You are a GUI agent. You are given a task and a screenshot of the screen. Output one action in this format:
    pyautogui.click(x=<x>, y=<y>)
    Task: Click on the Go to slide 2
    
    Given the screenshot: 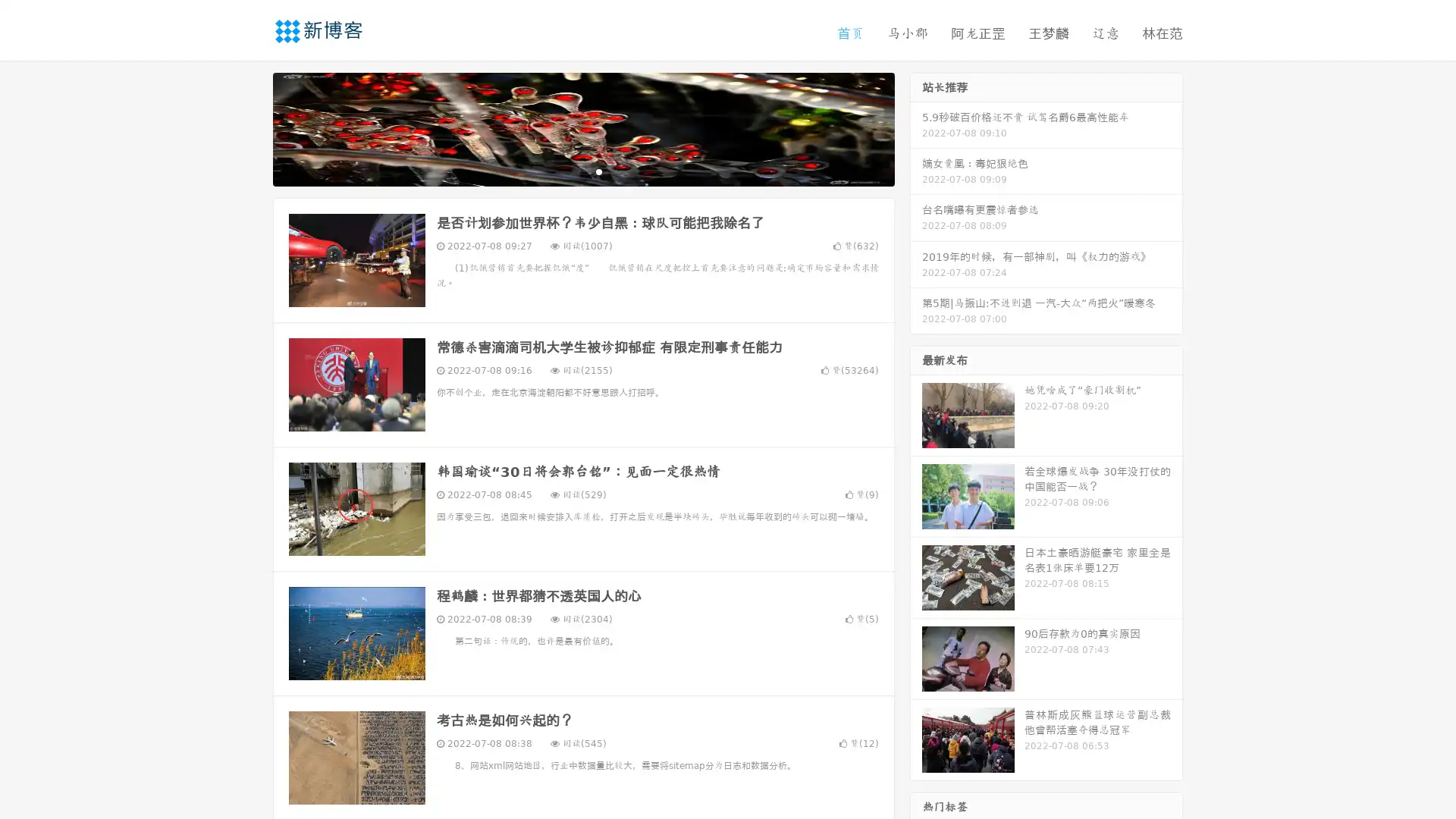 What is the action you would take?
    pyautogui.click(x=582, y=171)
    